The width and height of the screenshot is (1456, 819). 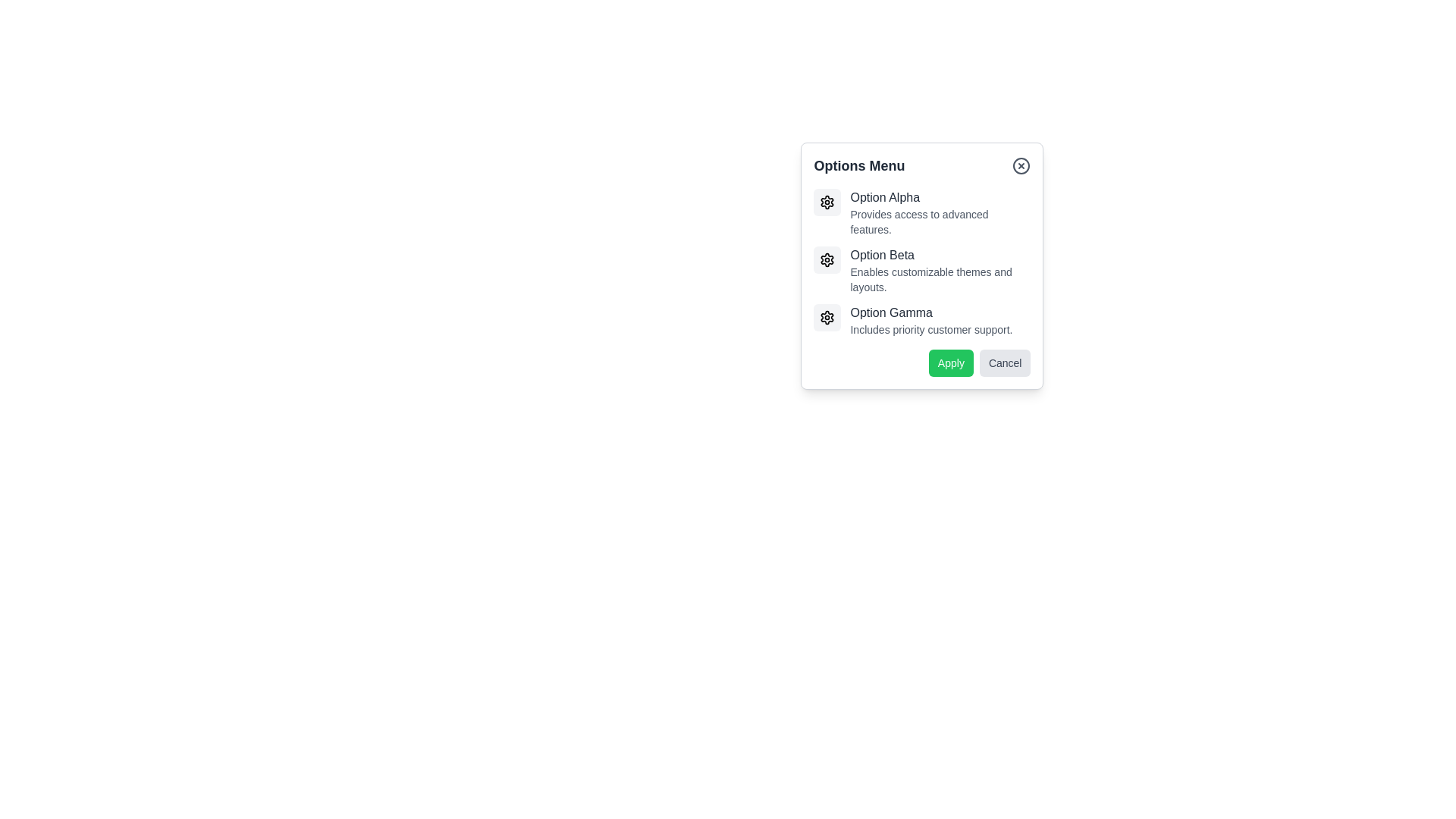 I want to click on the settings icon located in the left part of the 'Option Beta' row within the 'Options Menu' panel to identify the corresponding setting it represents, so click(x=827, y=259).